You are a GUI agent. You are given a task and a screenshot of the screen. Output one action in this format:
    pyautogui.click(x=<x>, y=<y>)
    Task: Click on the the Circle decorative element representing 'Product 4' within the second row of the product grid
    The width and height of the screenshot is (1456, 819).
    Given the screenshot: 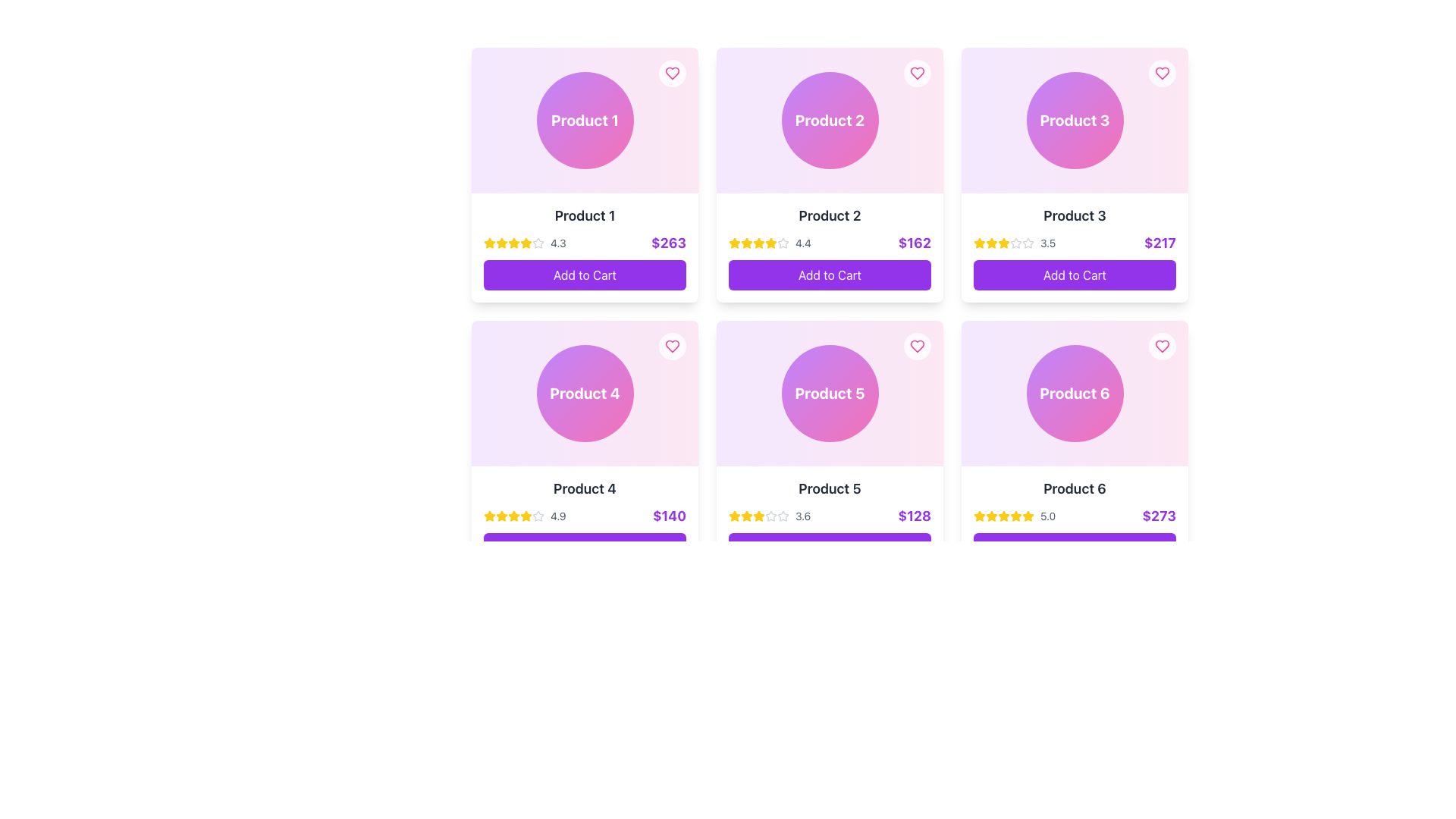 What is the action you would take?
    pyautogui.click(x=584, y=393)
    